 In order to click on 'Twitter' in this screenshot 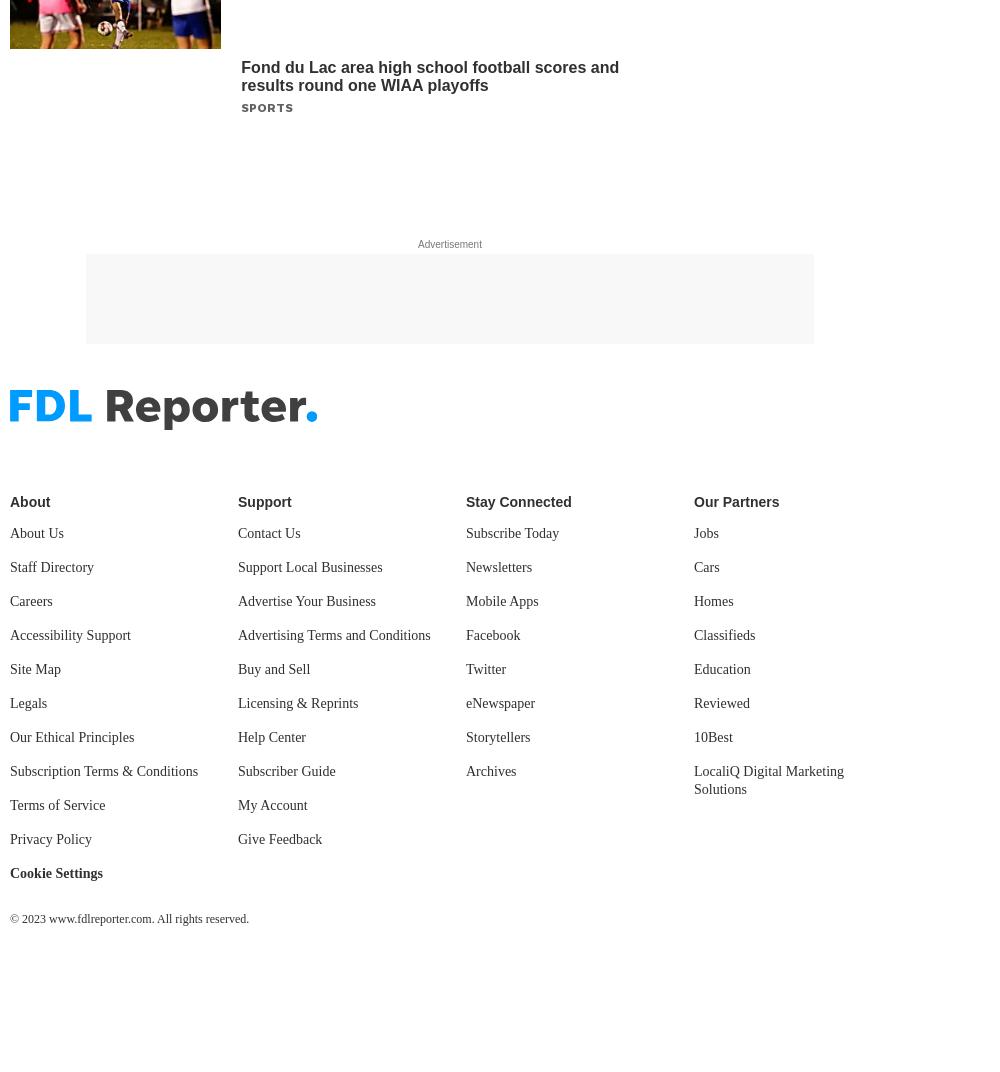, I will do `click(485, 669)`.